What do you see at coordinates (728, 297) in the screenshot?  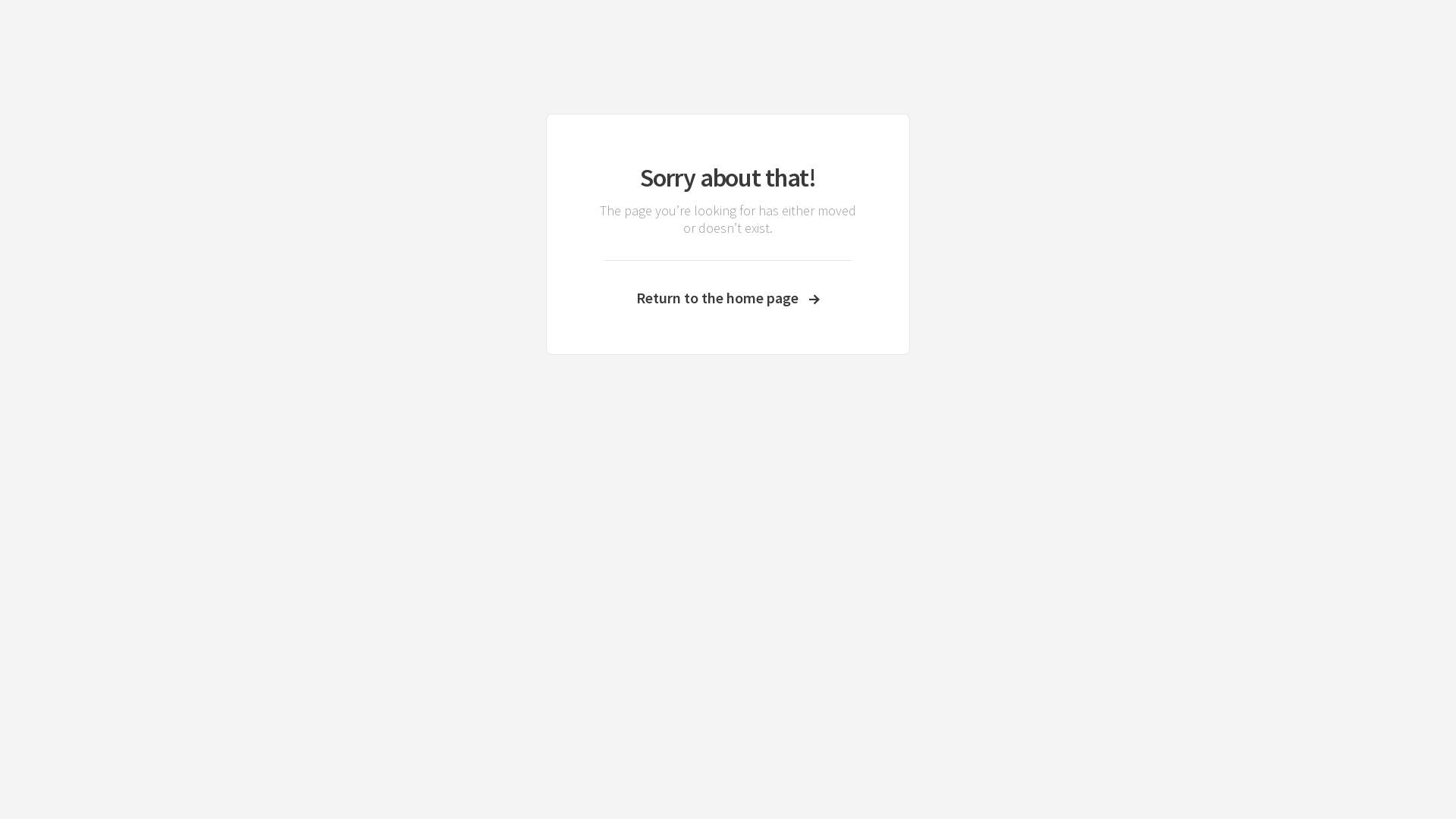 I see `'Return to the home page'` at bounding box center [728, 297].